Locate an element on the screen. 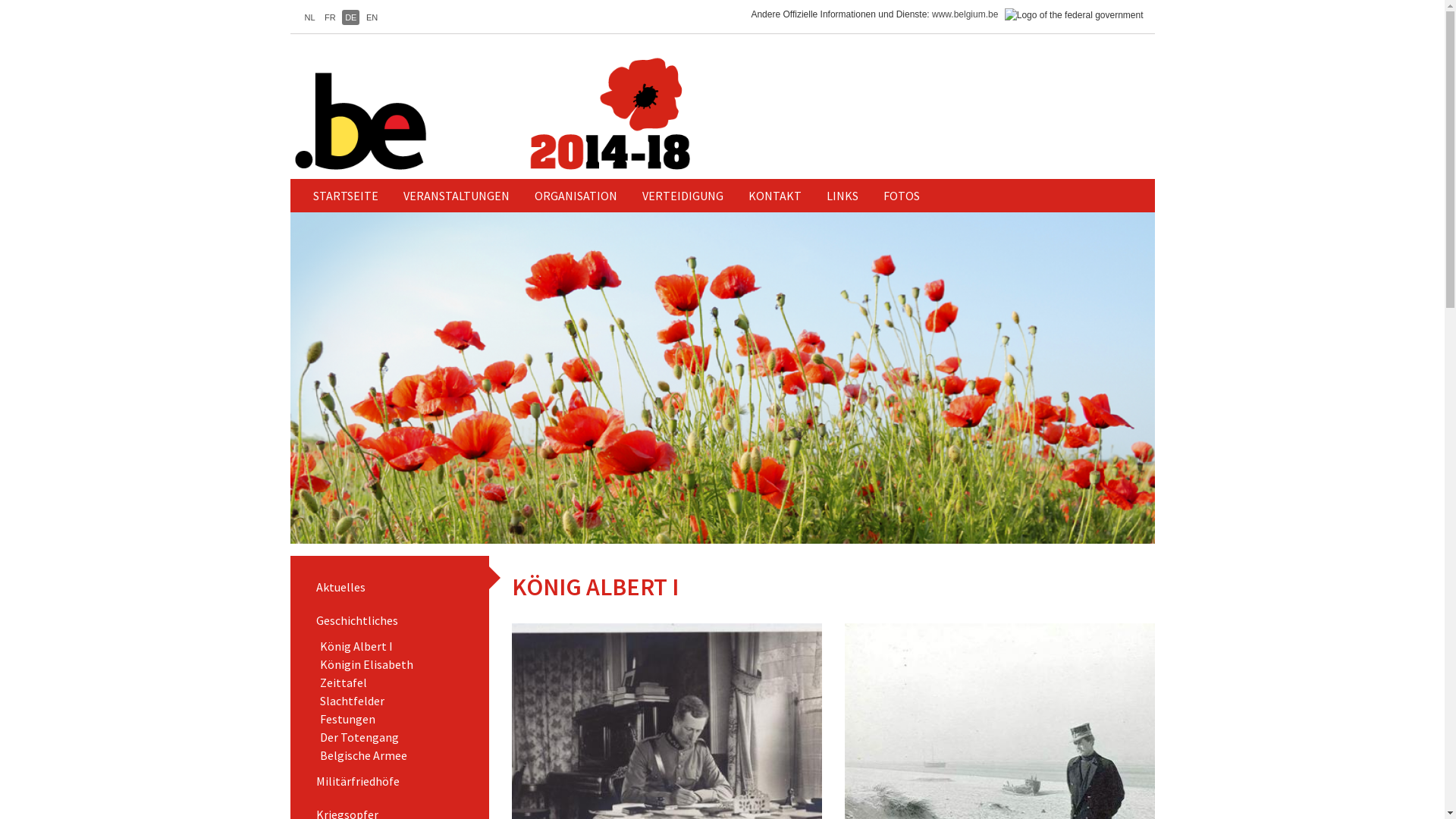 Image resolution: width=1456 pixels, height=819 pixels. 'Home' is located at coordinates (550, 113).